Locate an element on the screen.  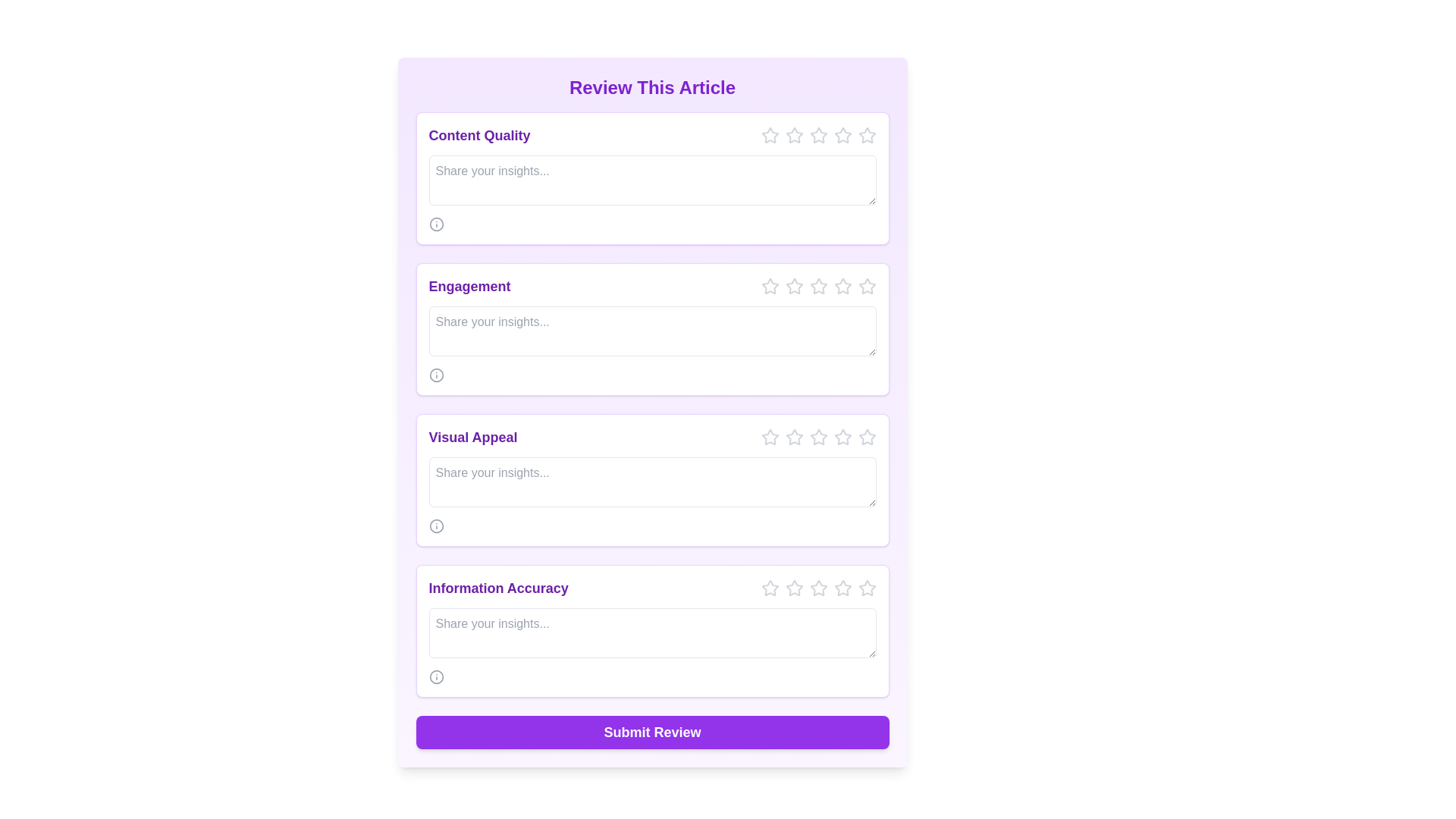
the interactive star icons in the 'Content Quality' rating section to trigger interaction effects is located at coordinates (652, 134).